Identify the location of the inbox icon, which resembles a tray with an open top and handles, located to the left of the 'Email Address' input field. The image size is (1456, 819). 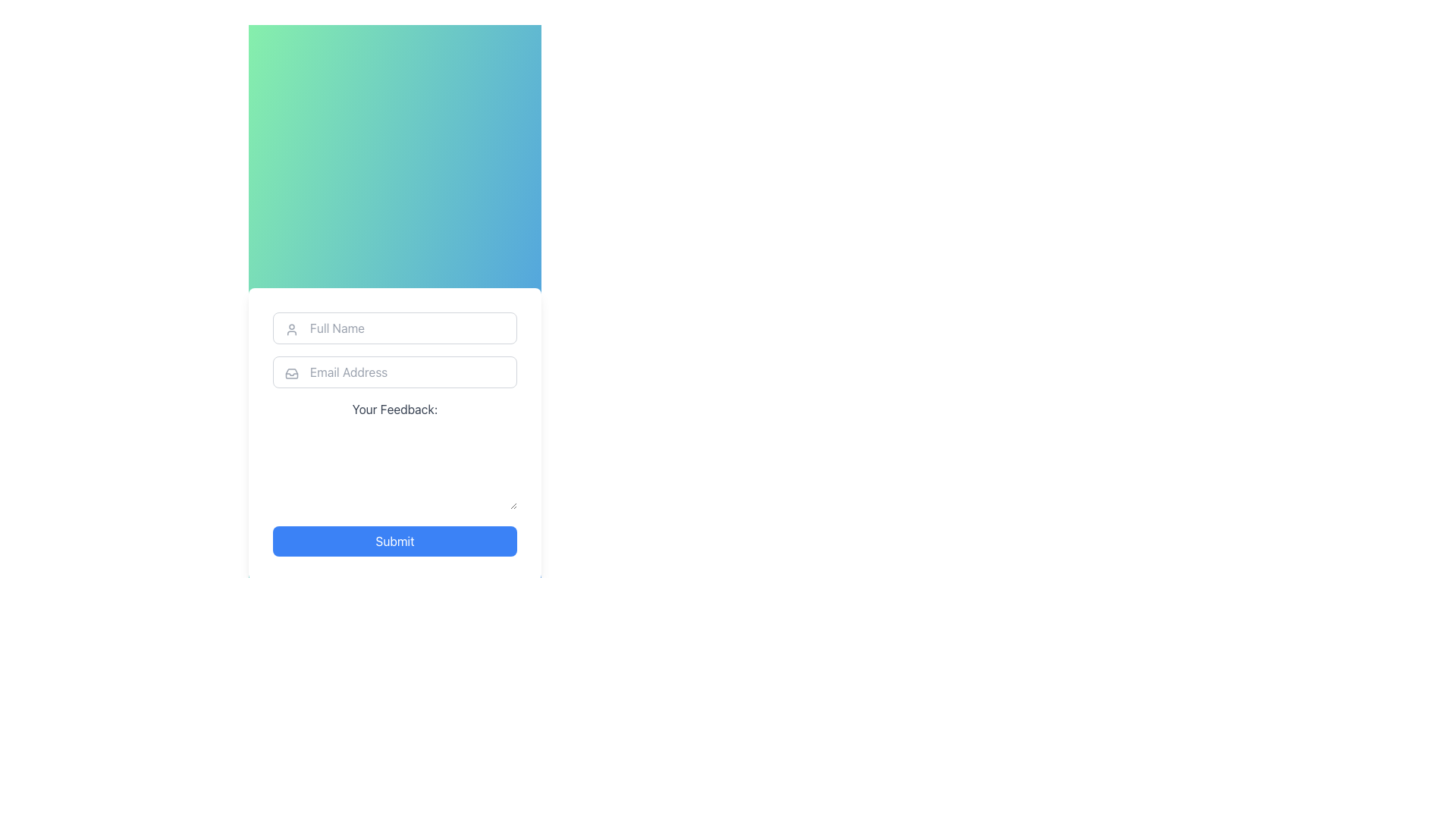
(291, 374).